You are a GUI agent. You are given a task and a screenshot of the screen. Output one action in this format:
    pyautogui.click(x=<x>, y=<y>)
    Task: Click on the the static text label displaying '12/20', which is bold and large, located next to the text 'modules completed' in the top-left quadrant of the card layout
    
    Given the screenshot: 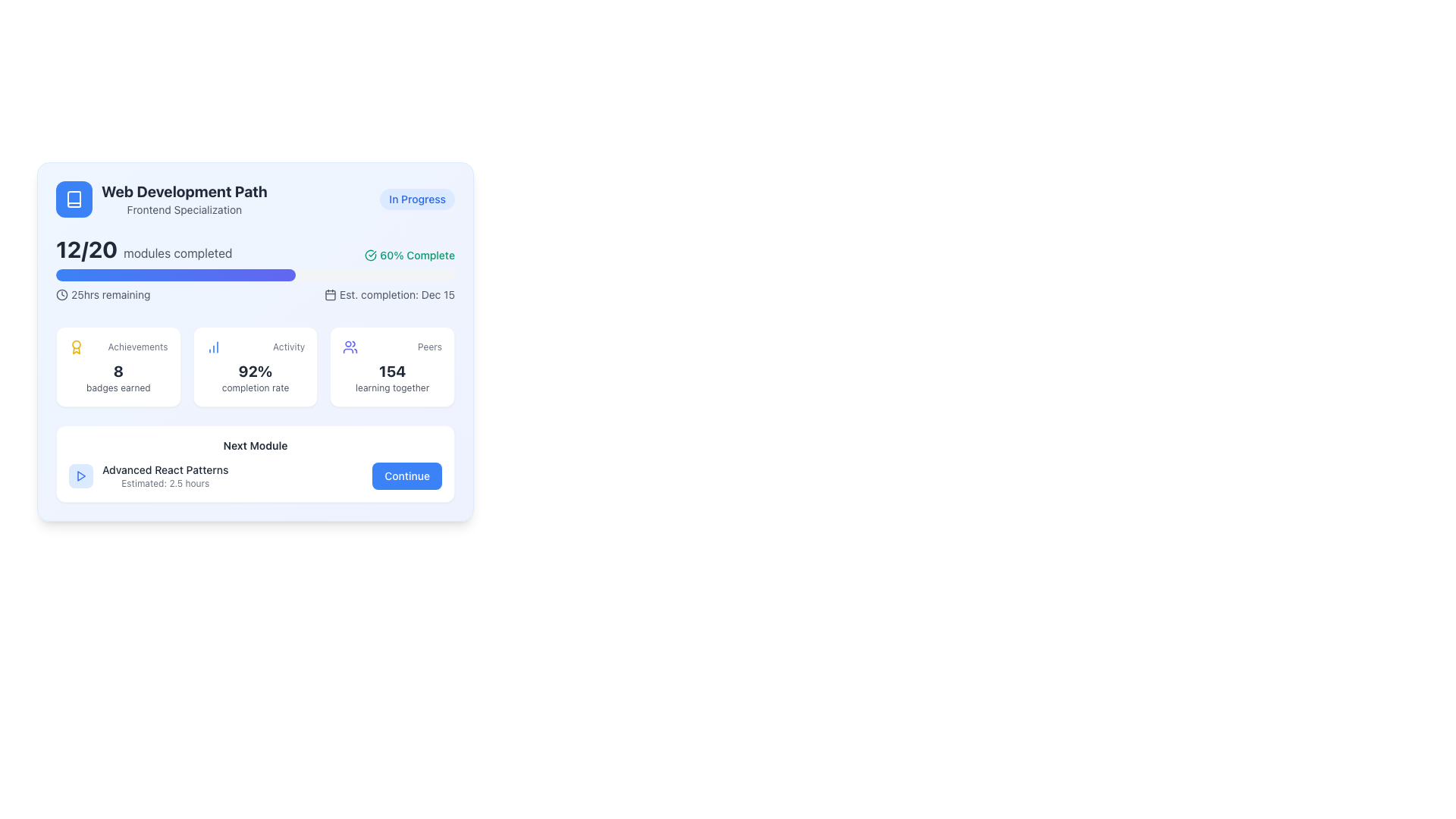 What is the action you would take?
    pyautogui.click(x=86, y=248)
    